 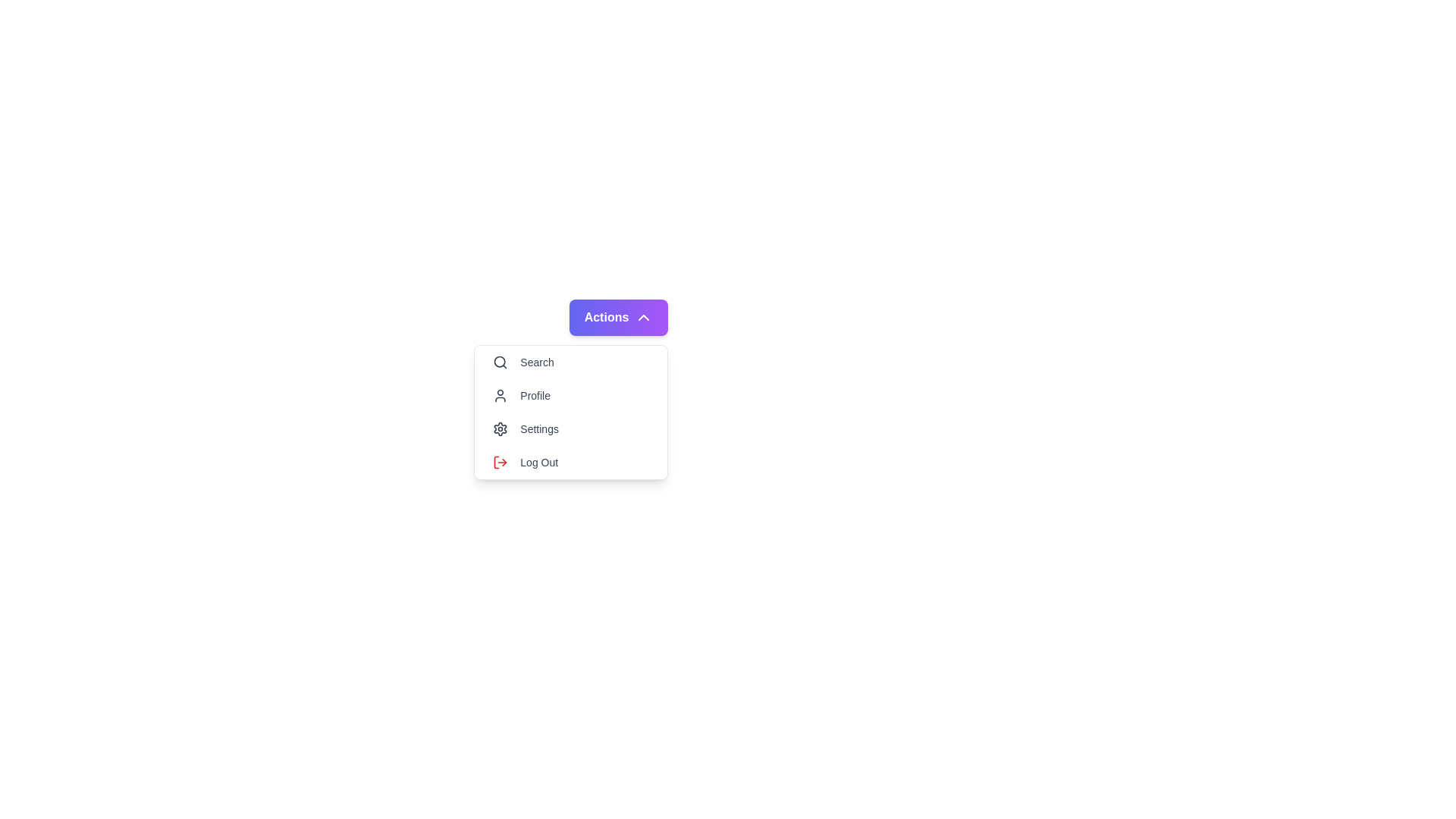 I want to click on the 'Search' text label located next to the magnifying glass icon within the 'Actions' dropdown menu, so click(x=537, y=362).